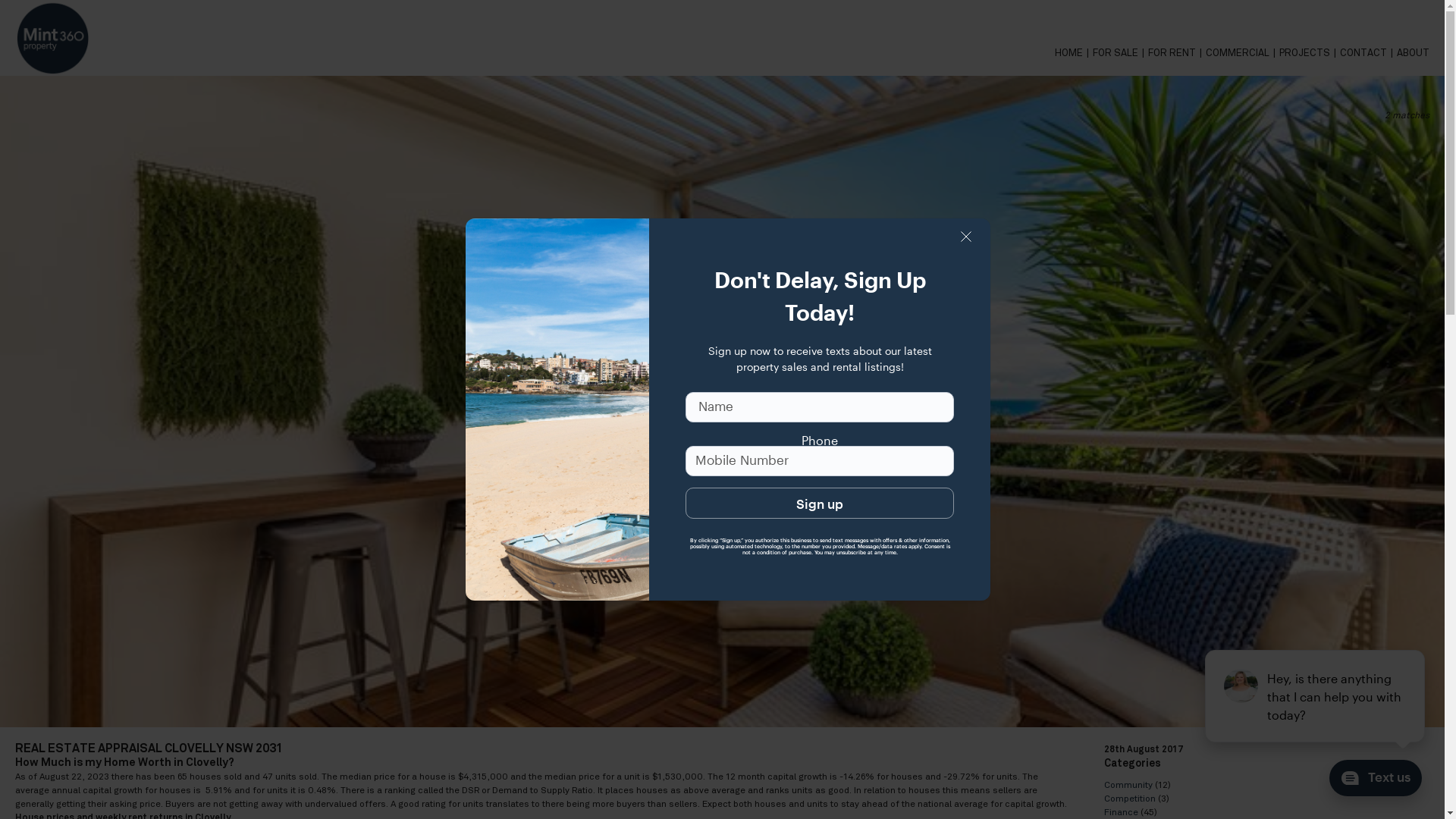 The width and height of the screenshot is (1456, 819). Describe the element at coordinates (1368, 52) in the screenshot. I see `'CONTACT'` at that location.